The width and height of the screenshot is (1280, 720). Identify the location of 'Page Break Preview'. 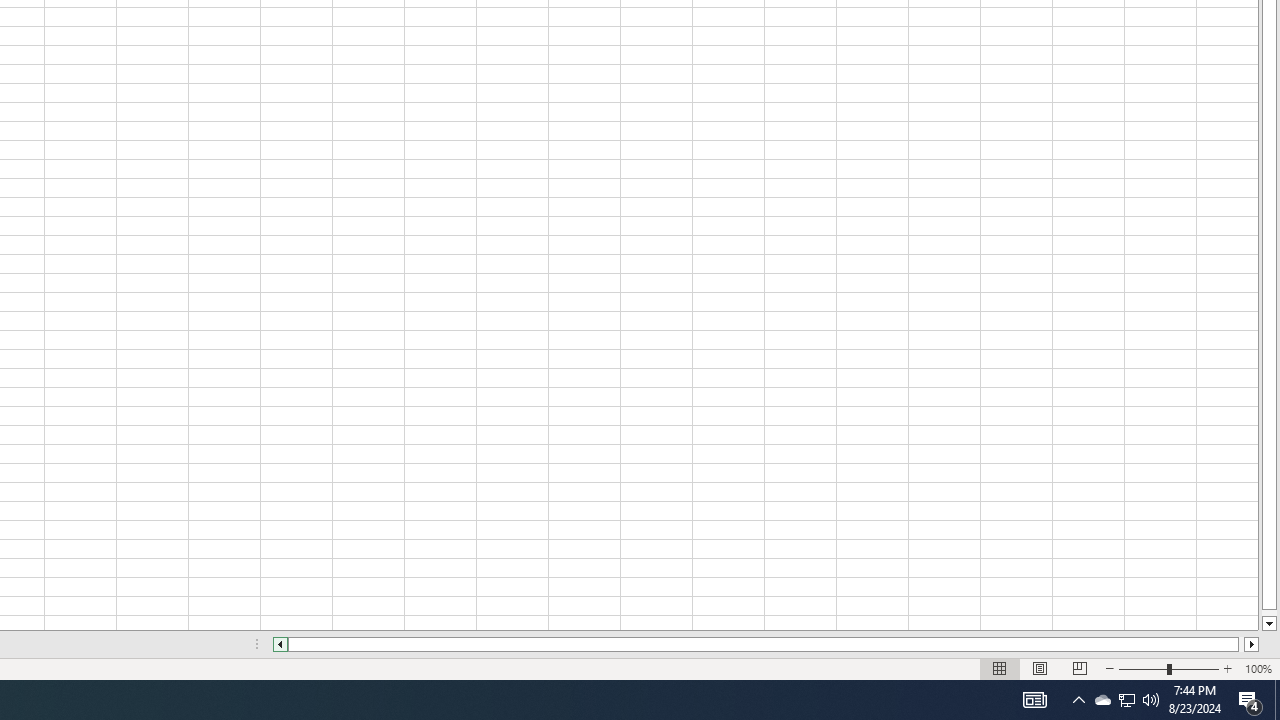
(1078, 669).